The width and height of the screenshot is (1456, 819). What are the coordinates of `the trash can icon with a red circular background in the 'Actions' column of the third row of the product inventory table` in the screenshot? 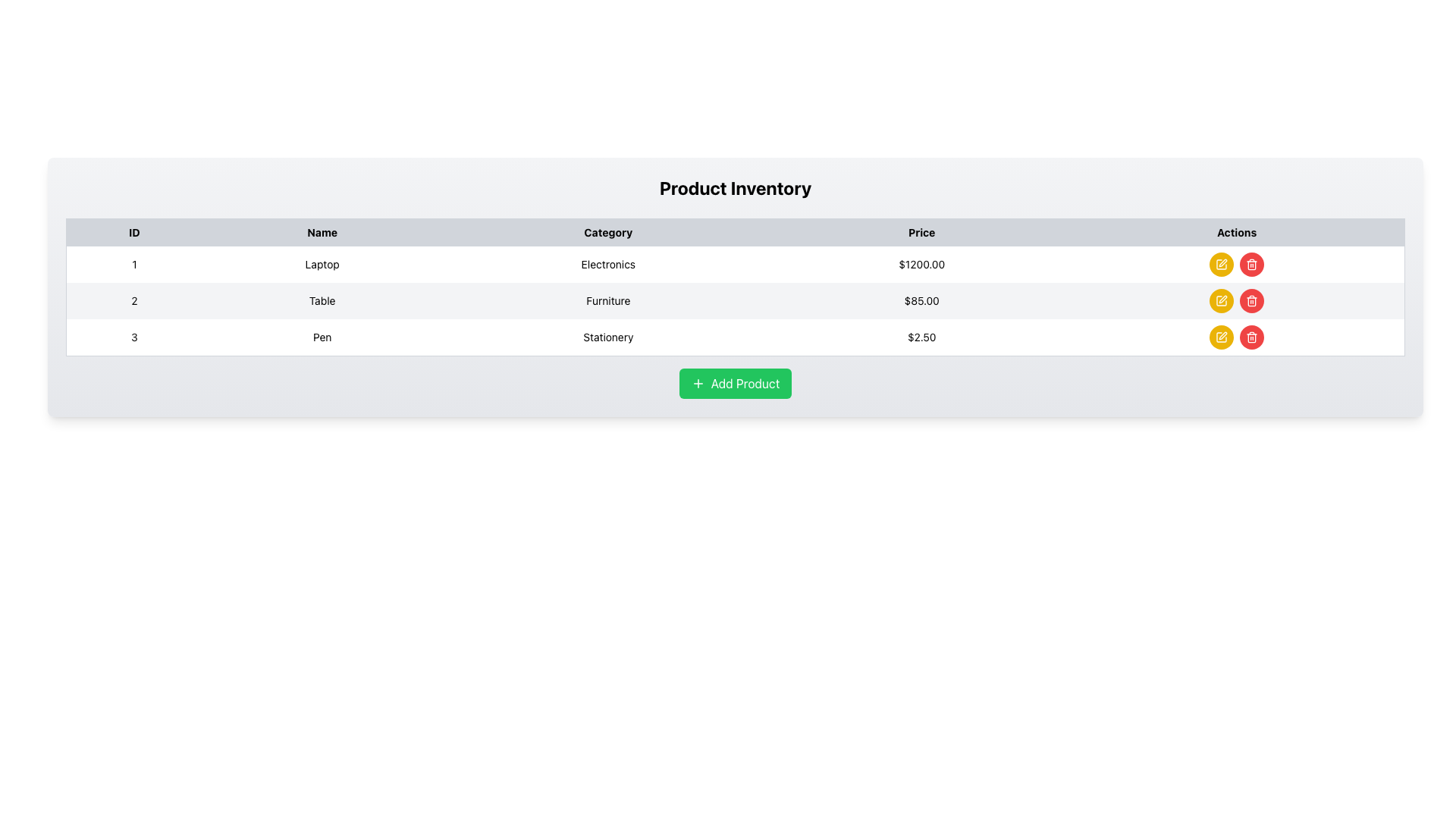 It's located at (1252, 336).